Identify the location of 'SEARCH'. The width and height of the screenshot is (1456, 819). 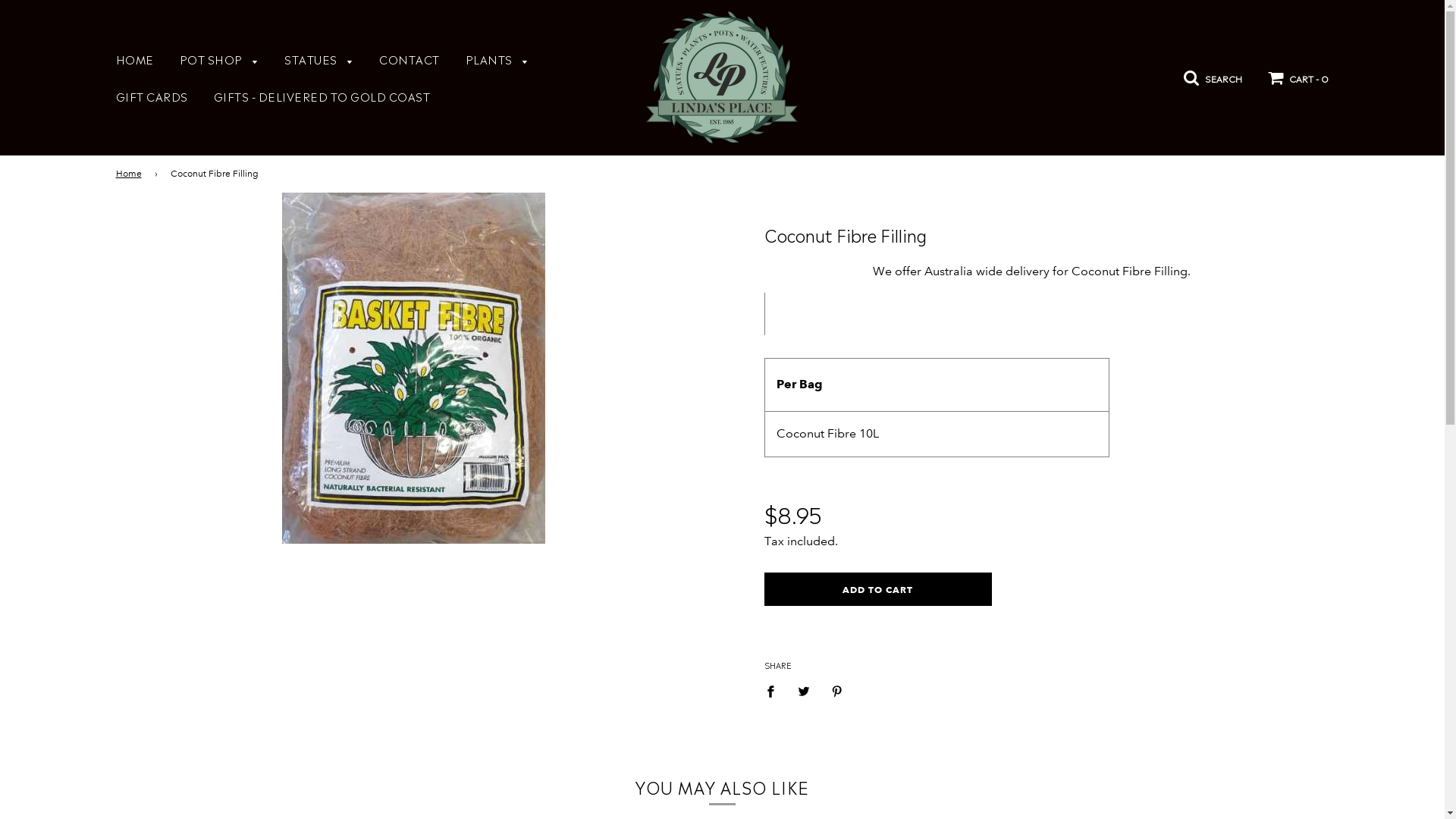
(1182, 75).